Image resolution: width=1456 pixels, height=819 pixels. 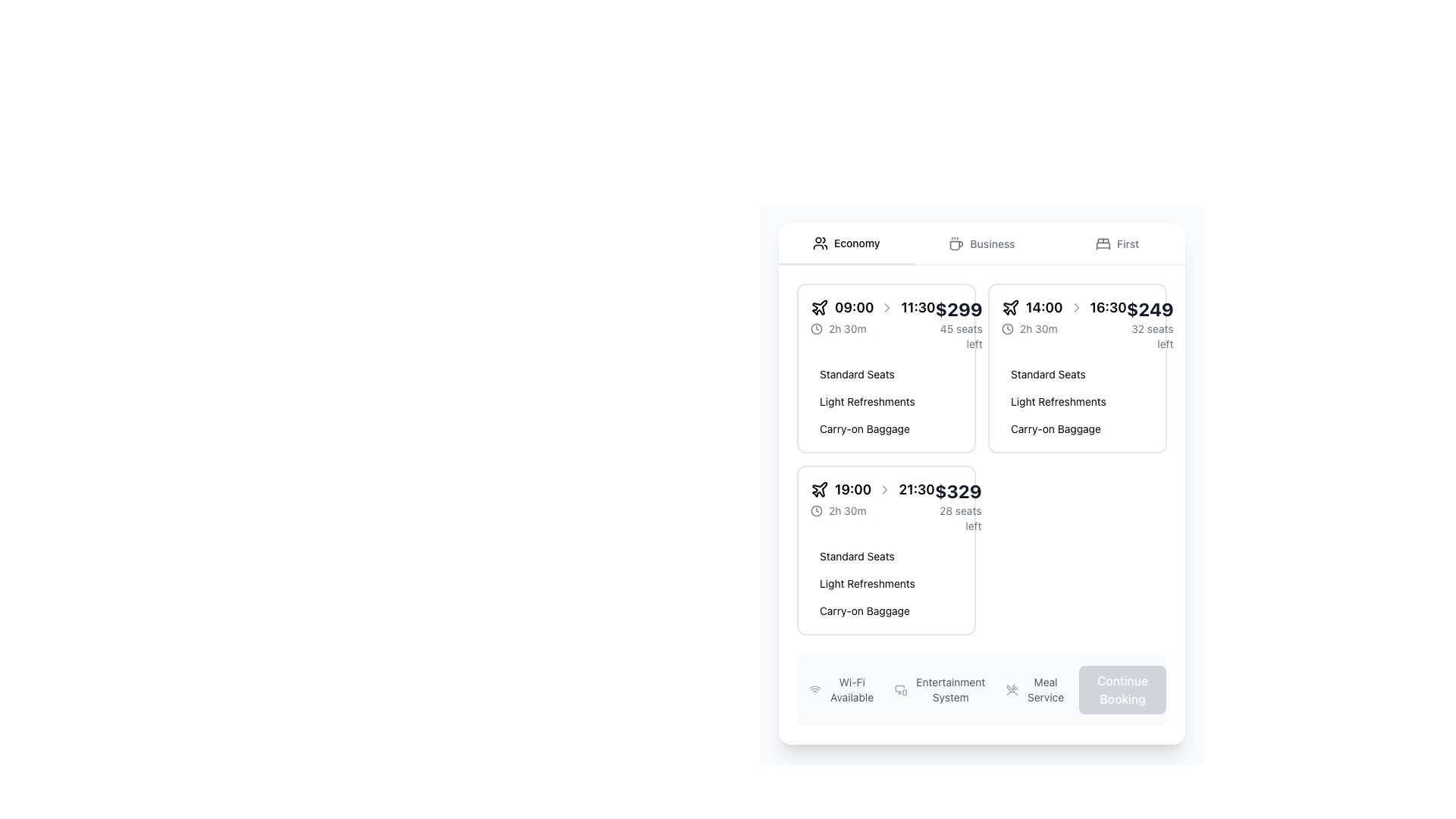 I want to click on the group of text labels styled as badges or tags that describe the amenities included in the associated travel option, located at the bottom-right section inside a card in the right column of a three-column layout, so click(x=1076, y=400).